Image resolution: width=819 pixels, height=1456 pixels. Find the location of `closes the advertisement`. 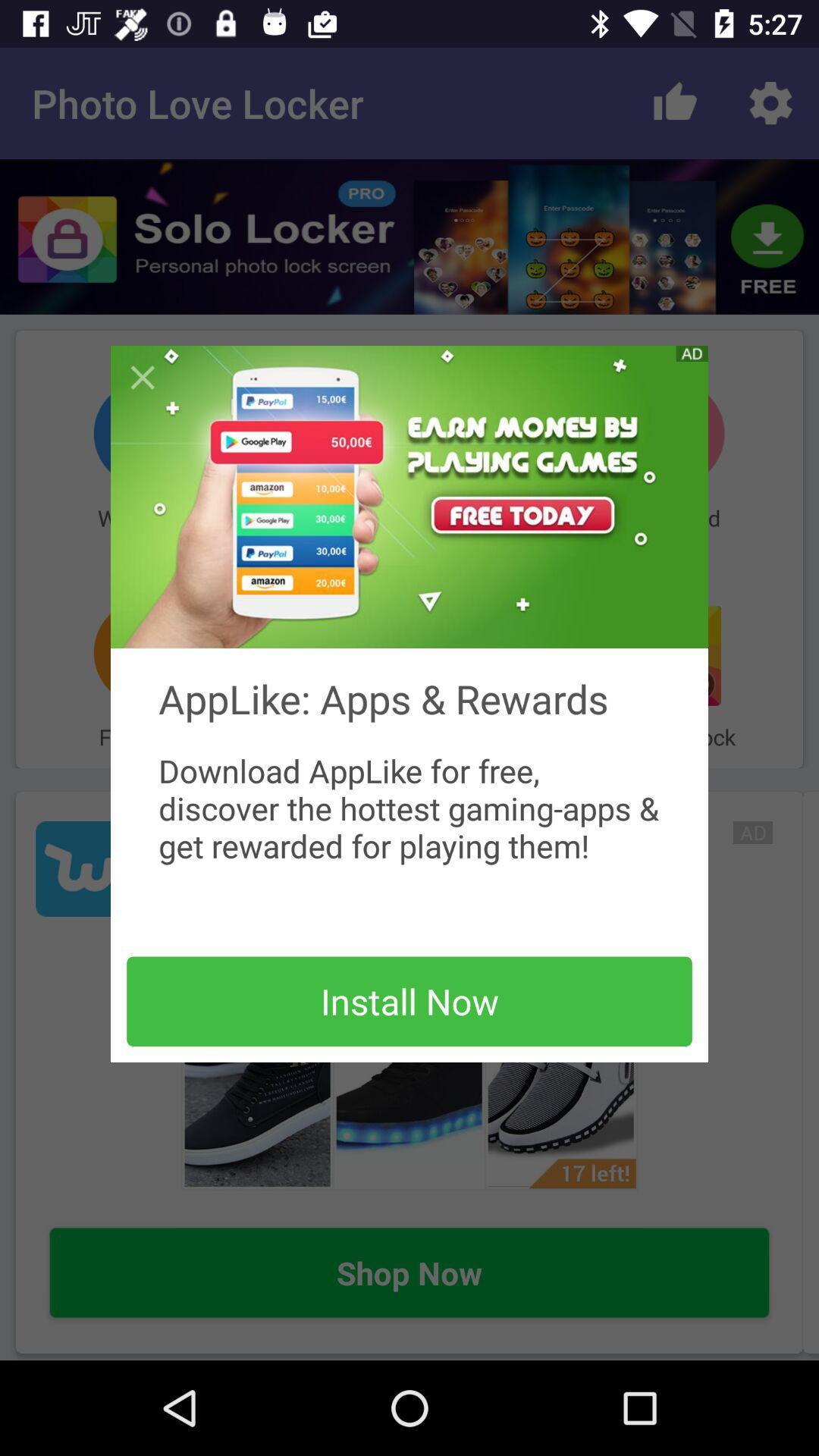

closes the advertisement is located at coordinates (143, 378).